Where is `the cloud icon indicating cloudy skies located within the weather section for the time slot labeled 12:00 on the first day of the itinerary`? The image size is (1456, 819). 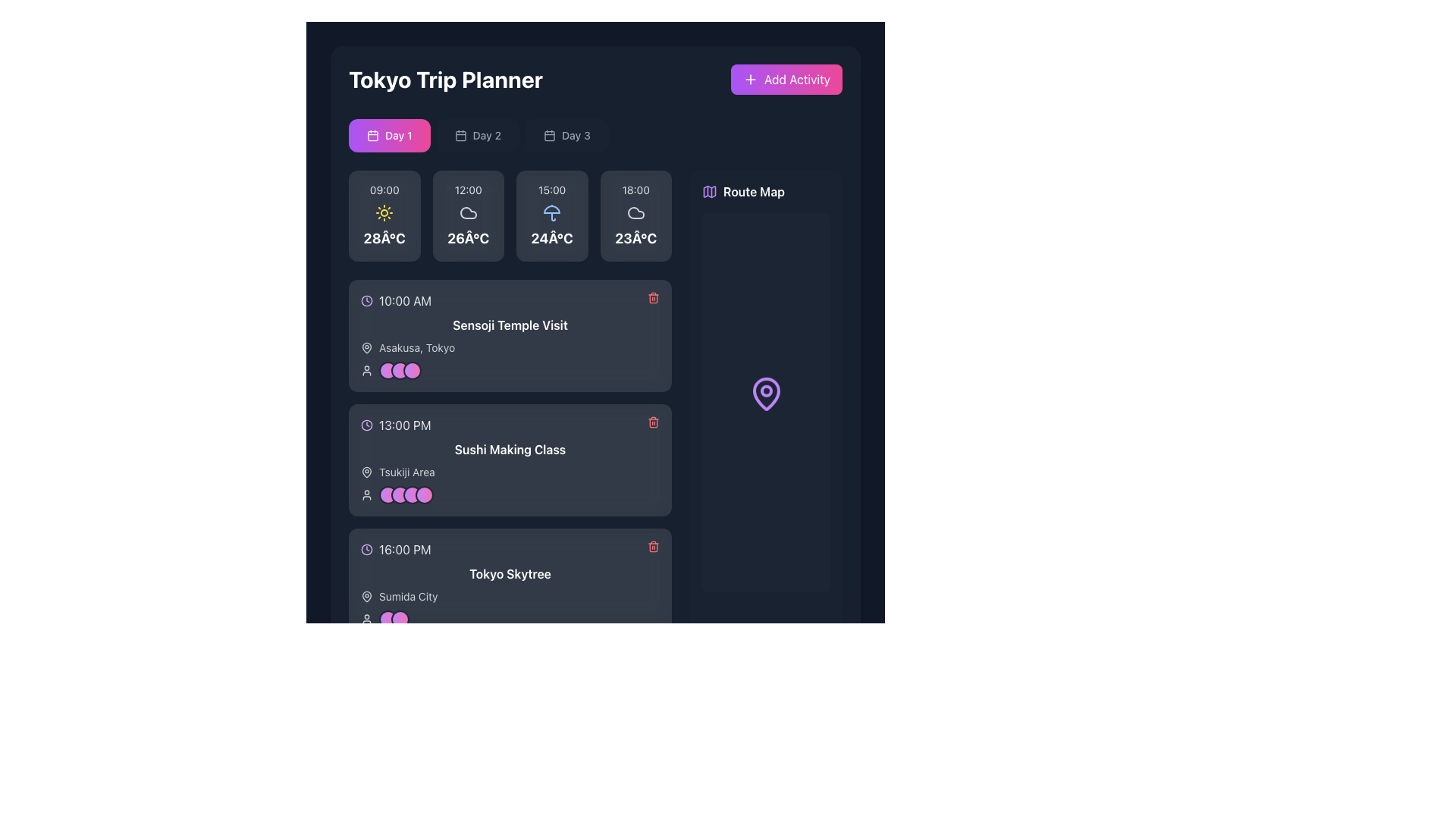 the cloud icon indicating cloudy skies located within the weather section for the time slot labeled 12:00 on the first day of the itinerary is located at coordinates (467, 213).